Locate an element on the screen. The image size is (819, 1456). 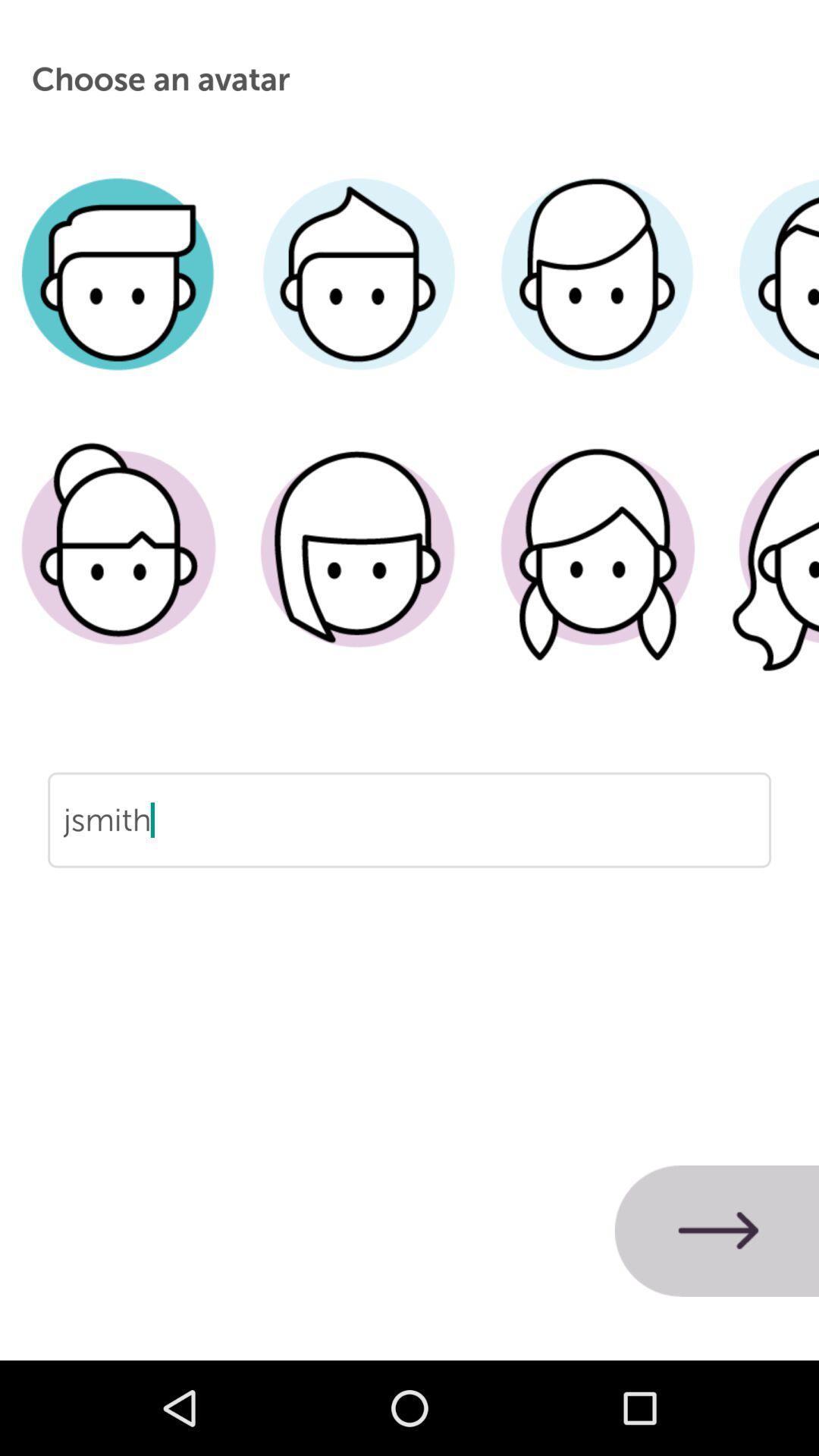
icon below jsmith is located at coordinates (717, 1231).